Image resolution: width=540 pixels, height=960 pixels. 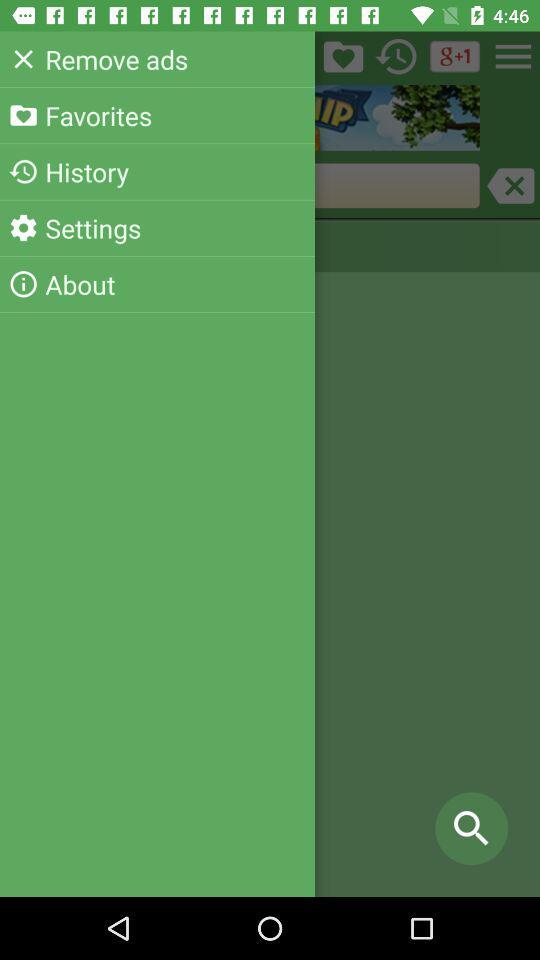 I want to click on the close icon, so click(x=510, y=185).